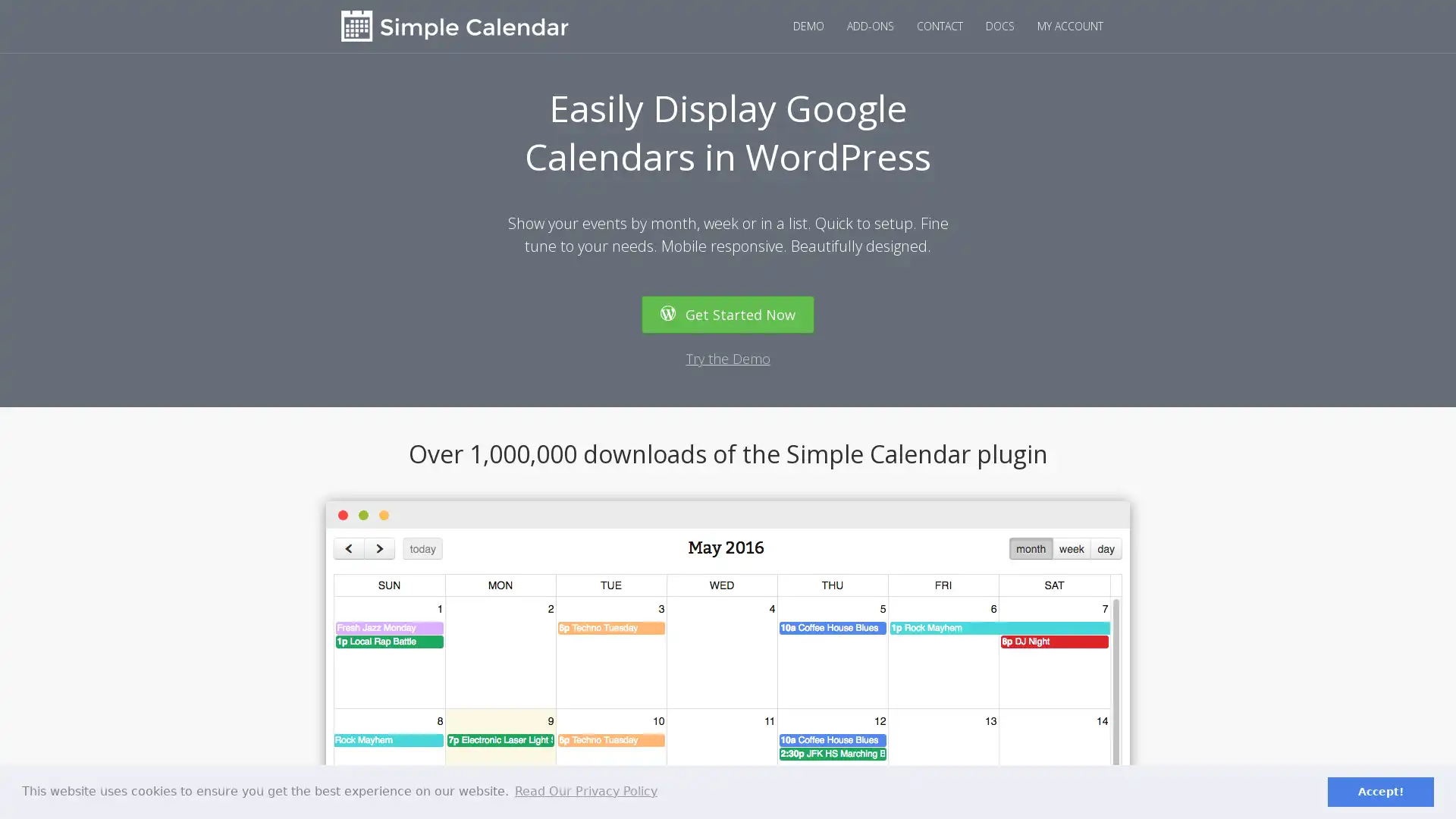 Image resolution: width=1456 pixels, height=819 pixels. Describe the element at coordinates (585, 791) in the screenshot. I see `learn more about cookies` at that location.